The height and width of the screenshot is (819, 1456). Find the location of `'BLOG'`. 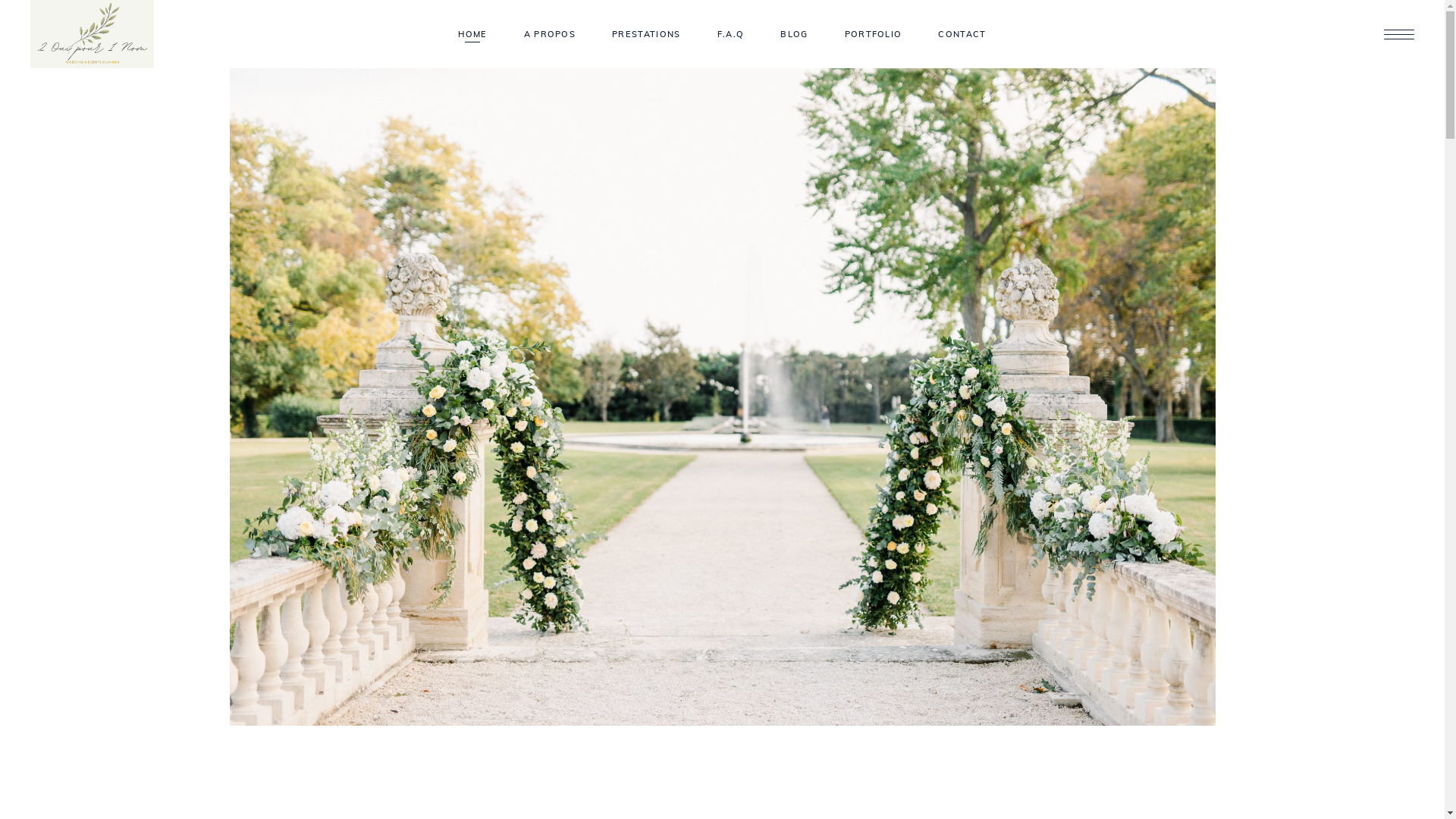

'BLOG' is located at coordinates (792, 34).